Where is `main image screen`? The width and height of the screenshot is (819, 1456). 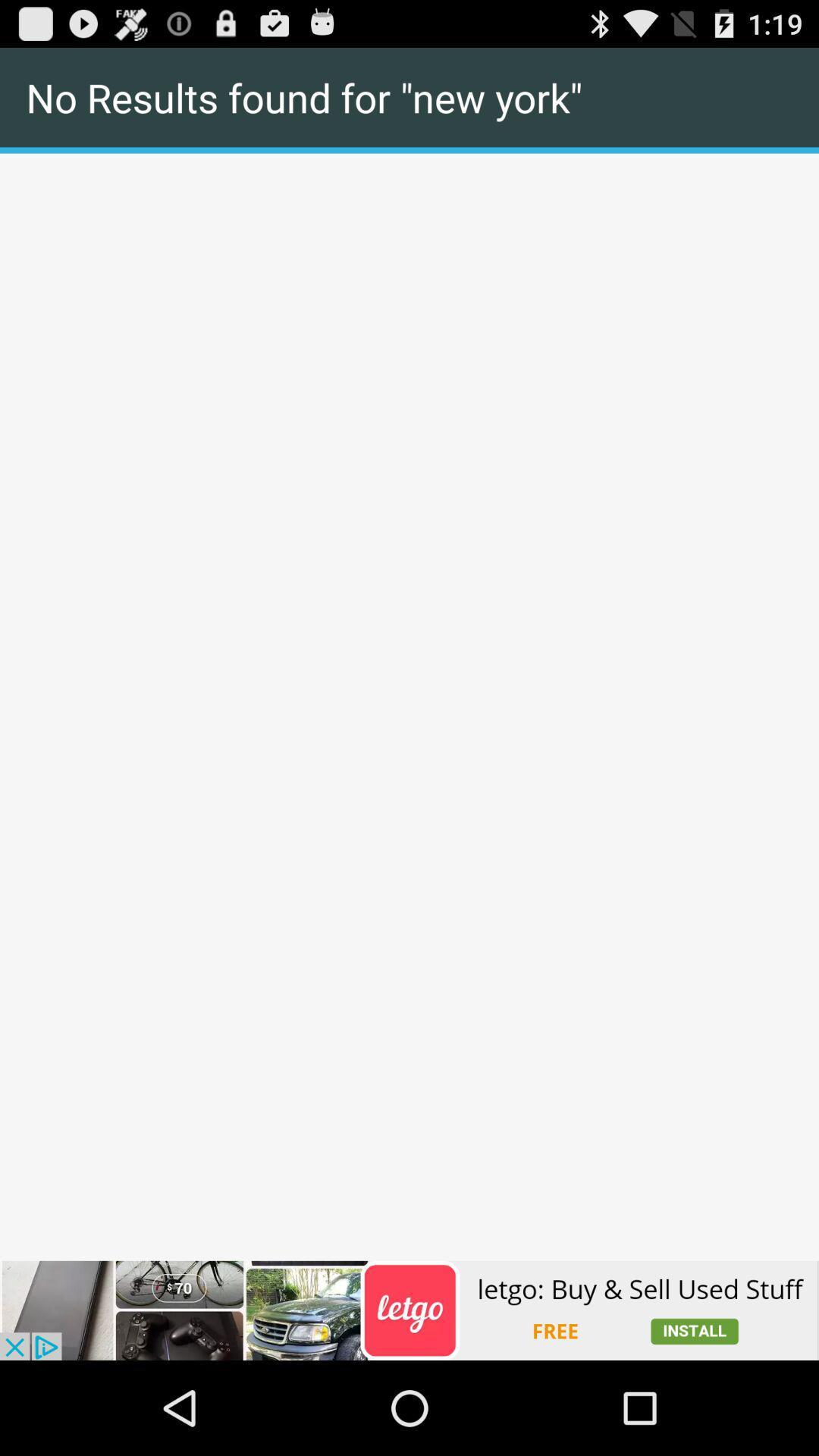 main image screen is located at coordinates (409, 154).